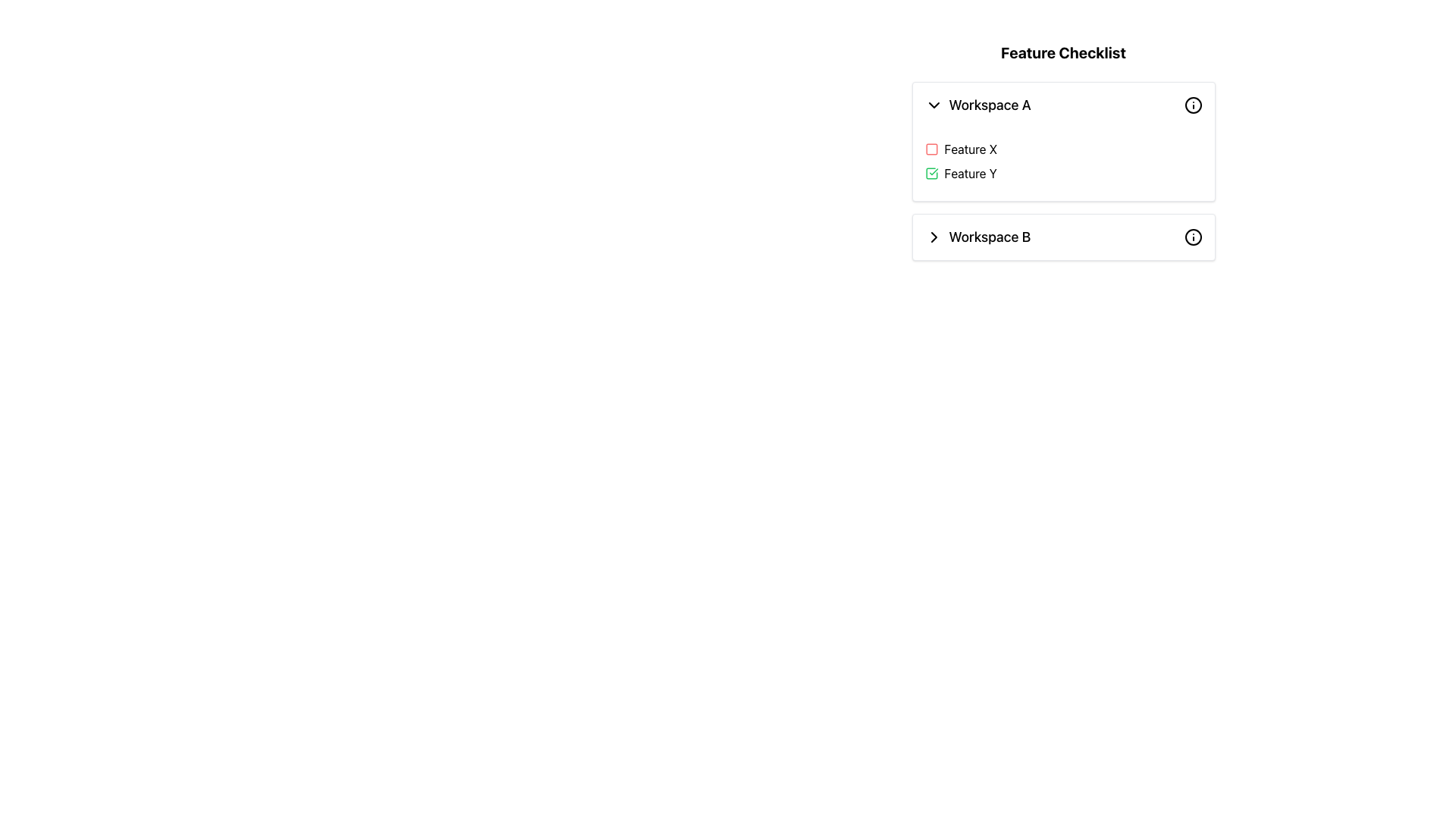  What do you see at coordinates (930, 172) in the screenshot?
I see `the Checkbox representing the selected state for 'Feature Y'` at bounding box center [930, 172].